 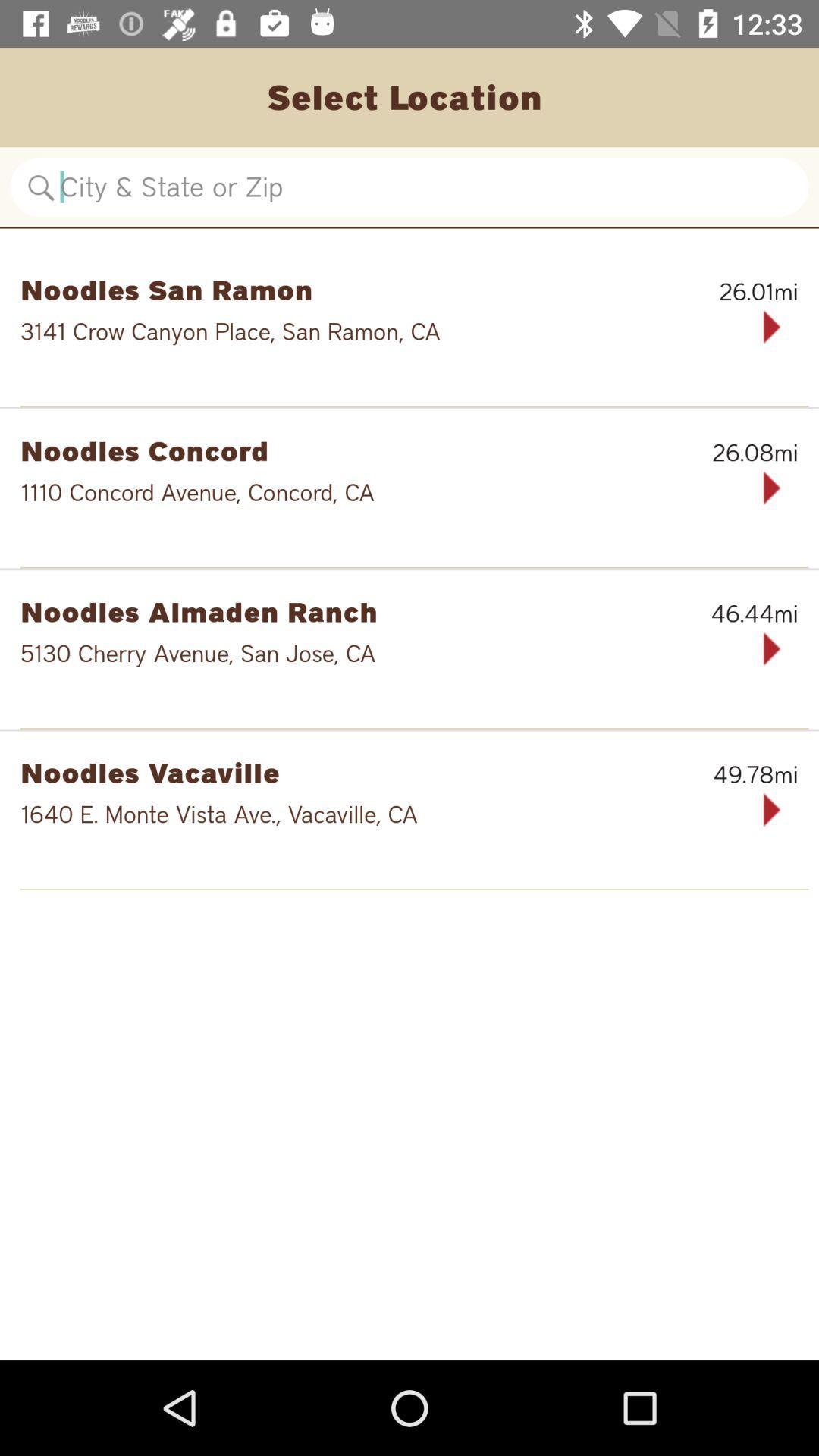 I want to click on the 3141 crow canyon icon, so click(x=361, y=331).